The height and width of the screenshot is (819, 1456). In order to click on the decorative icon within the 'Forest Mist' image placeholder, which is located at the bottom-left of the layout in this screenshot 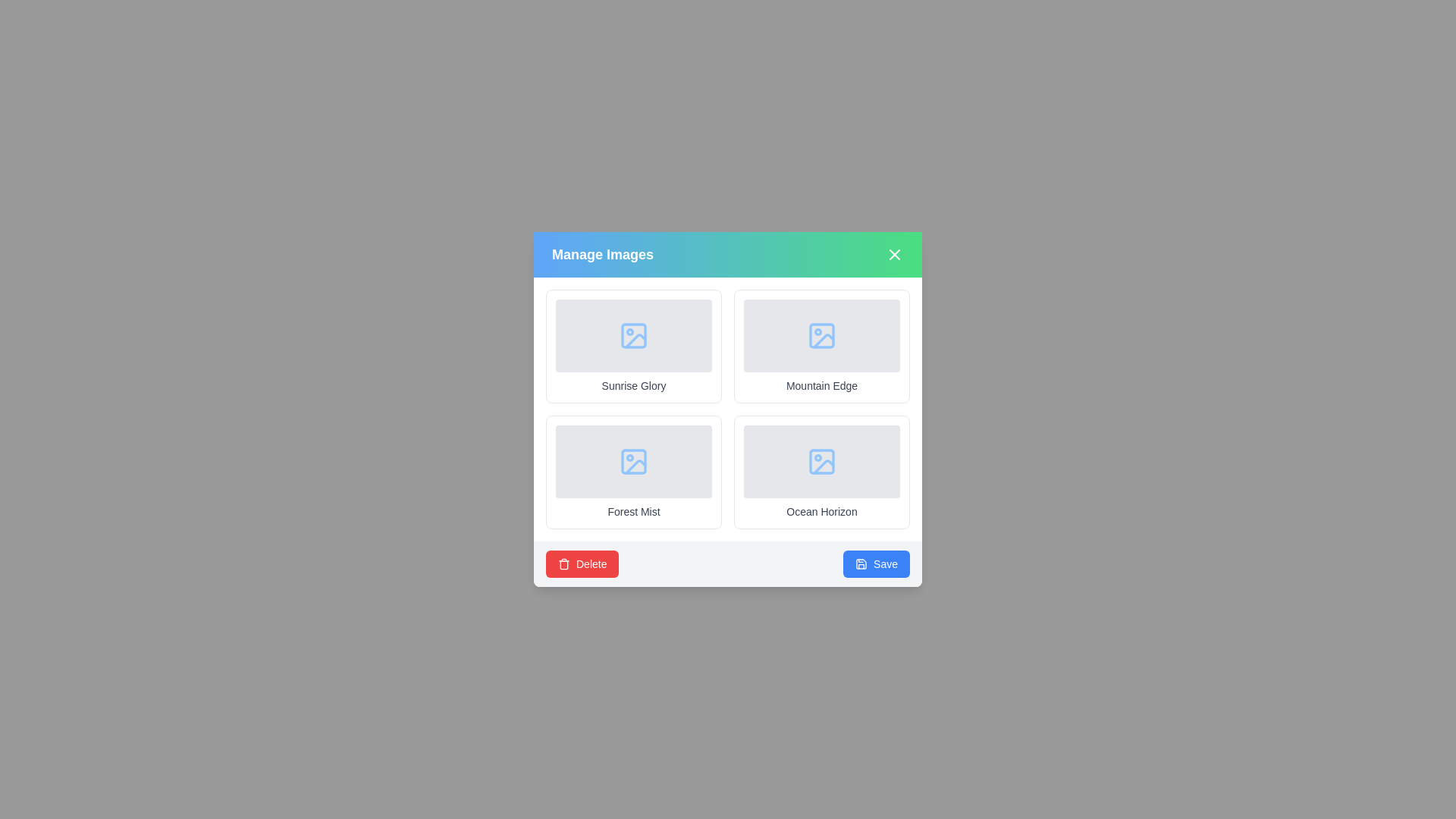, I will do `click(633, 461)`.